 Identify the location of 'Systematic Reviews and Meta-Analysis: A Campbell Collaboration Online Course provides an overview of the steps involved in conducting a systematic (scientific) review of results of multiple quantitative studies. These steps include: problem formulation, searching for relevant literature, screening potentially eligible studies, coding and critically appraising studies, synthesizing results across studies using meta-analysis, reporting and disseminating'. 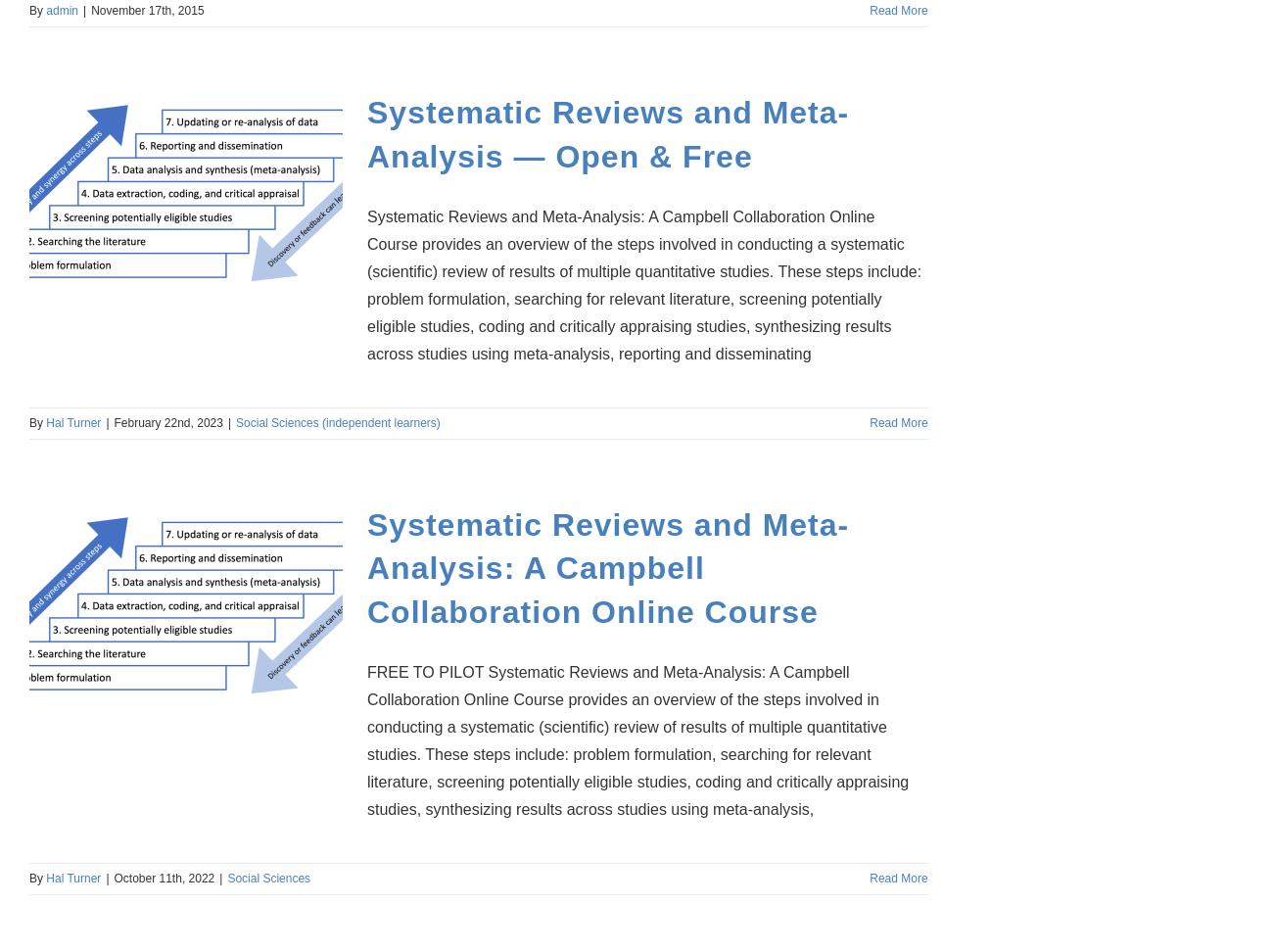
(643, 284).